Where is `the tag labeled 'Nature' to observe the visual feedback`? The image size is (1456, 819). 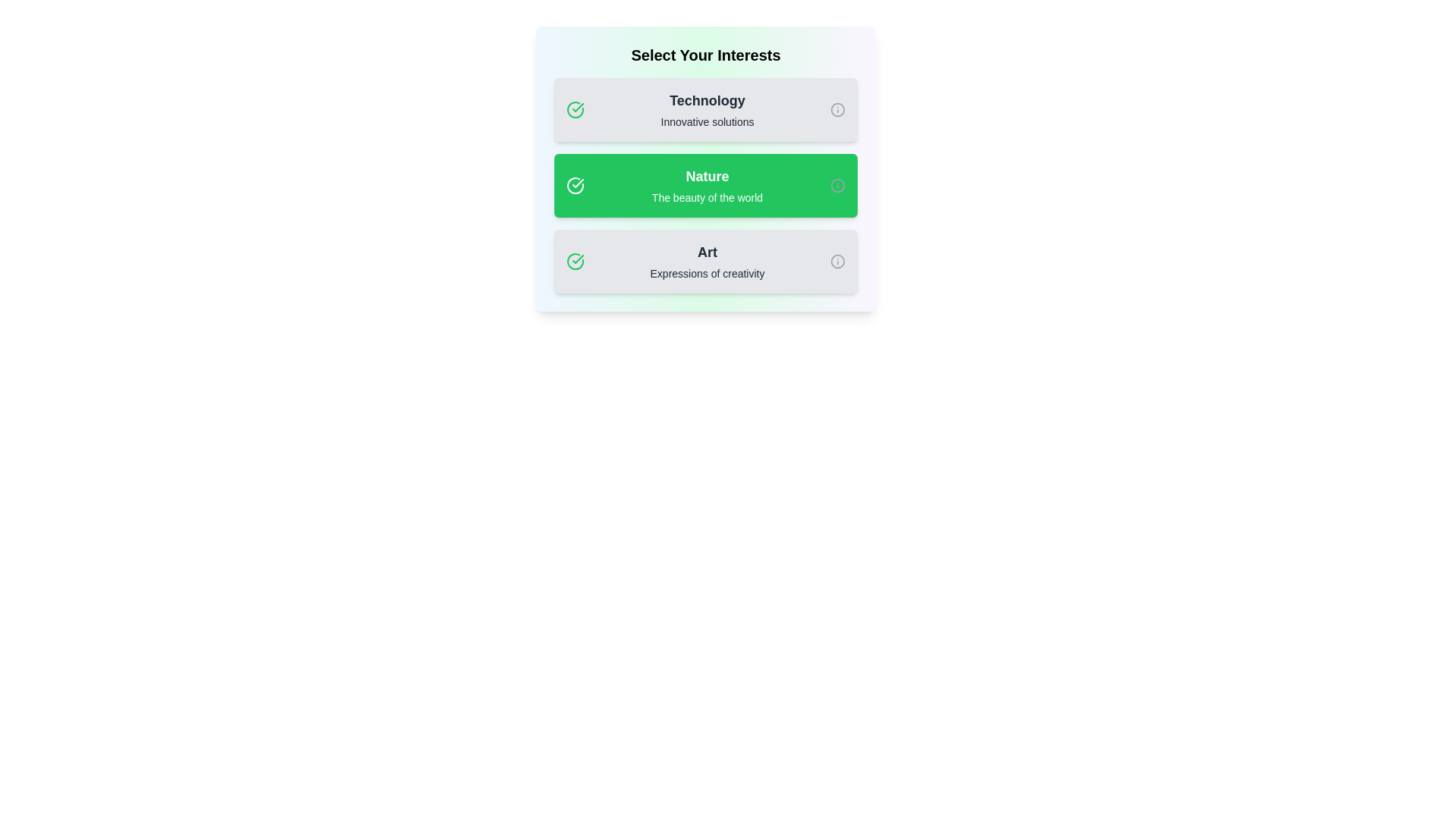 the tag labeled 'Nature' to observe the visual feedback is located at coordinates (705, 185).